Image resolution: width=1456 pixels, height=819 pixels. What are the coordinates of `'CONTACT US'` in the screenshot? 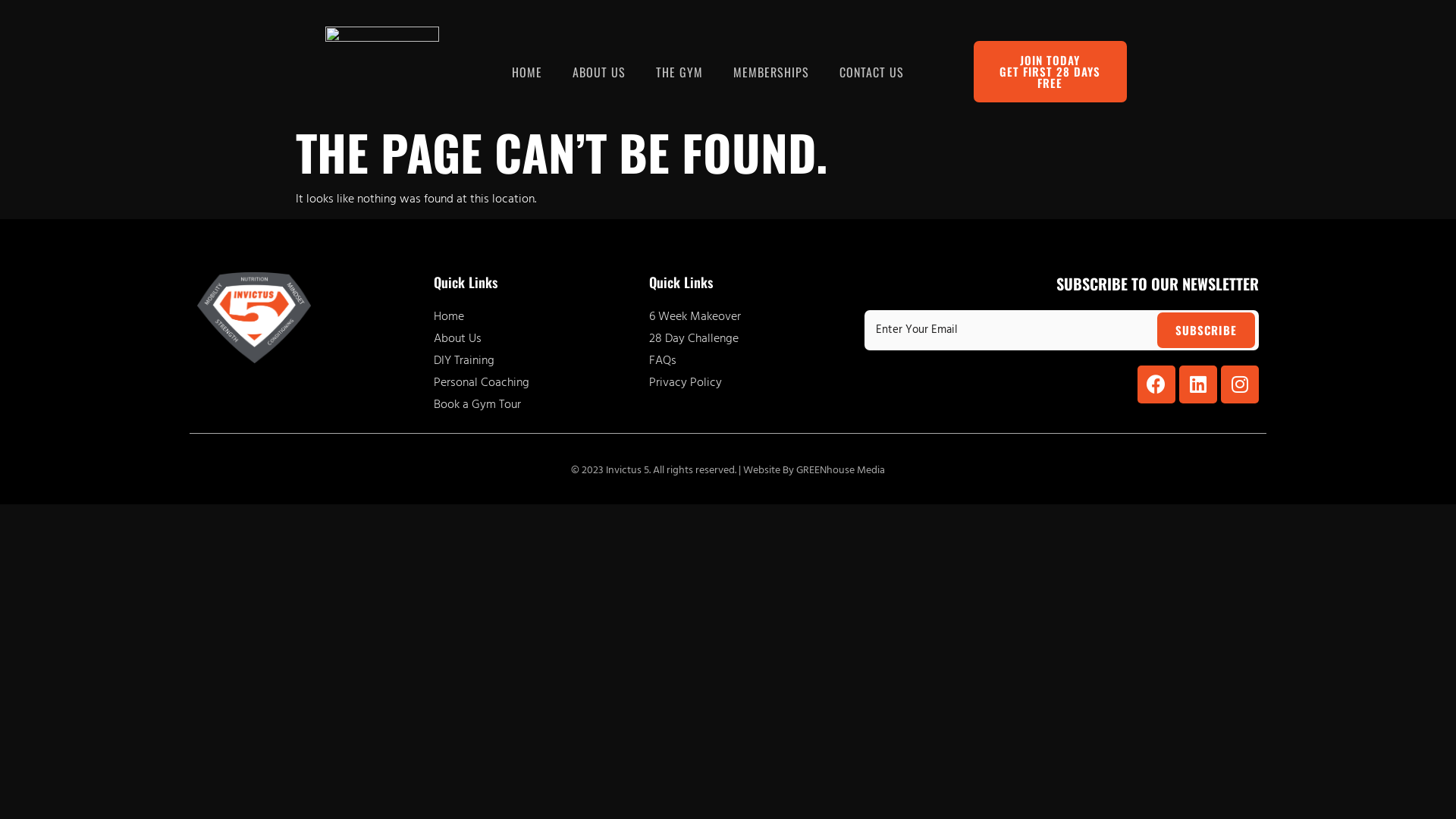 It's located at (871, 72).